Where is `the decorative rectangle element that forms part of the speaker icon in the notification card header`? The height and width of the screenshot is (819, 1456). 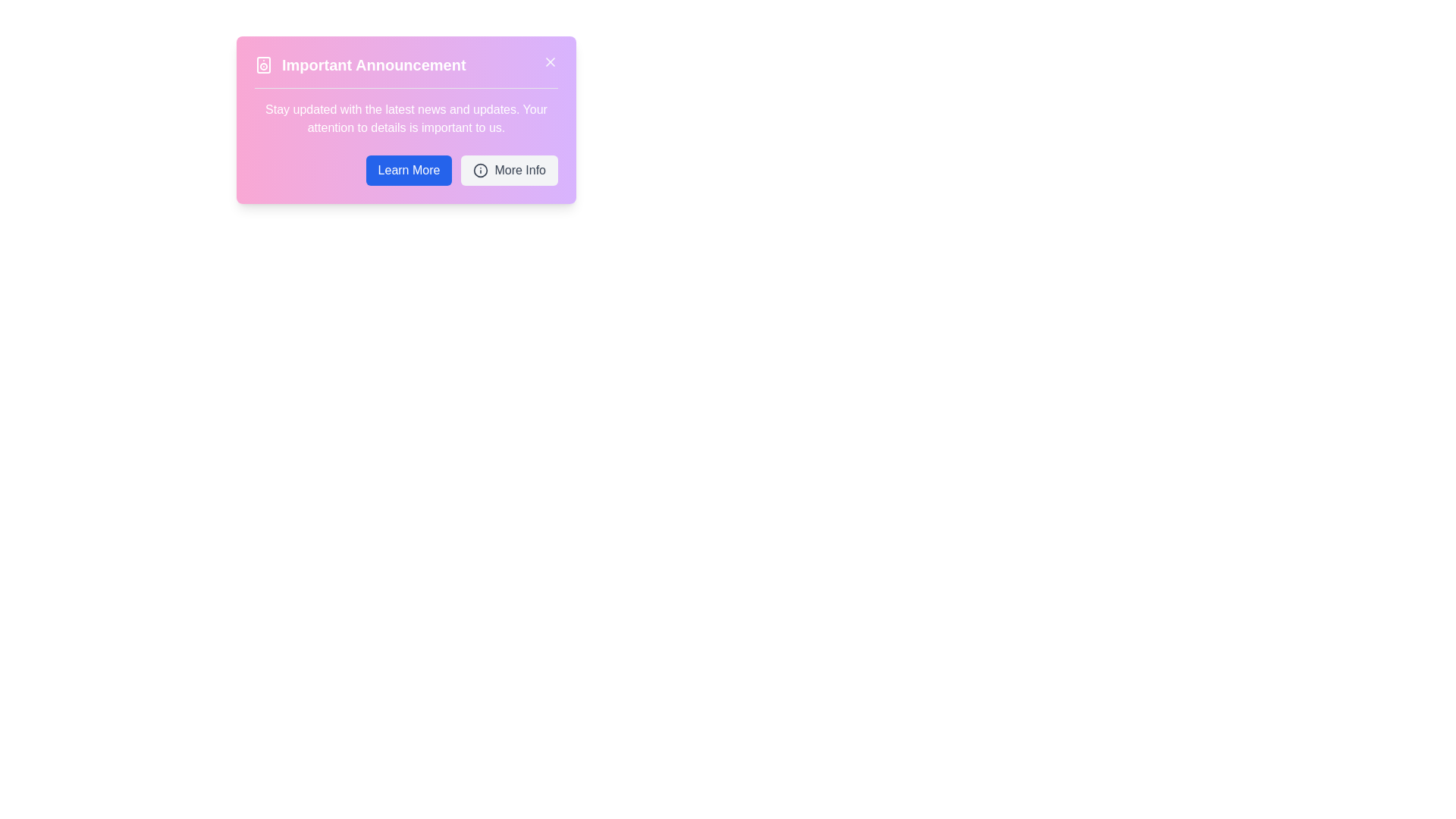
the decorative rectangle element that forms part of the speaker icon in the notification card header is located at coordinates (263, 64).